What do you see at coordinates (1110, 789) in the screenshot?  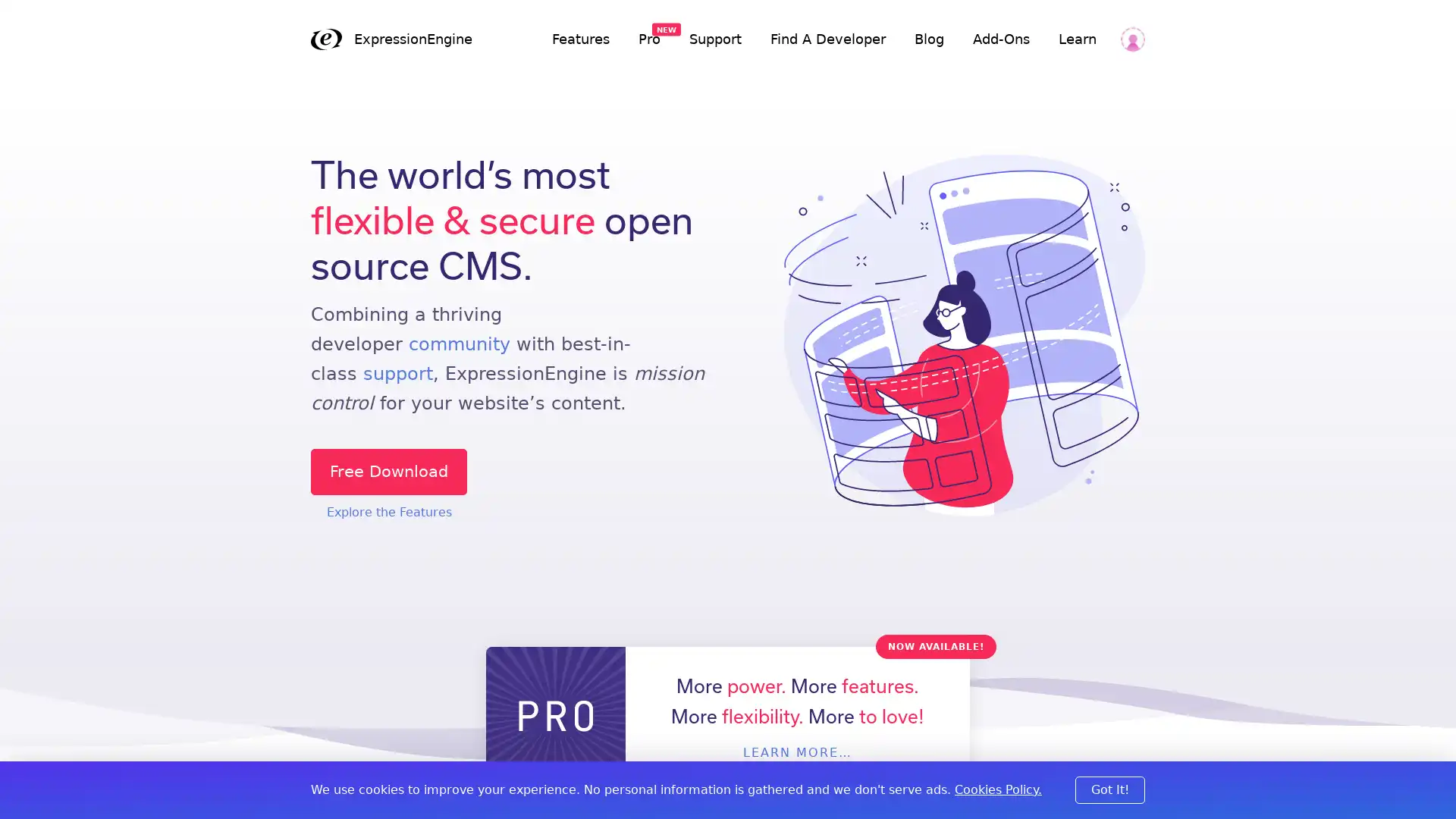 I see `Got It!` at bounding box center [1110, 789].